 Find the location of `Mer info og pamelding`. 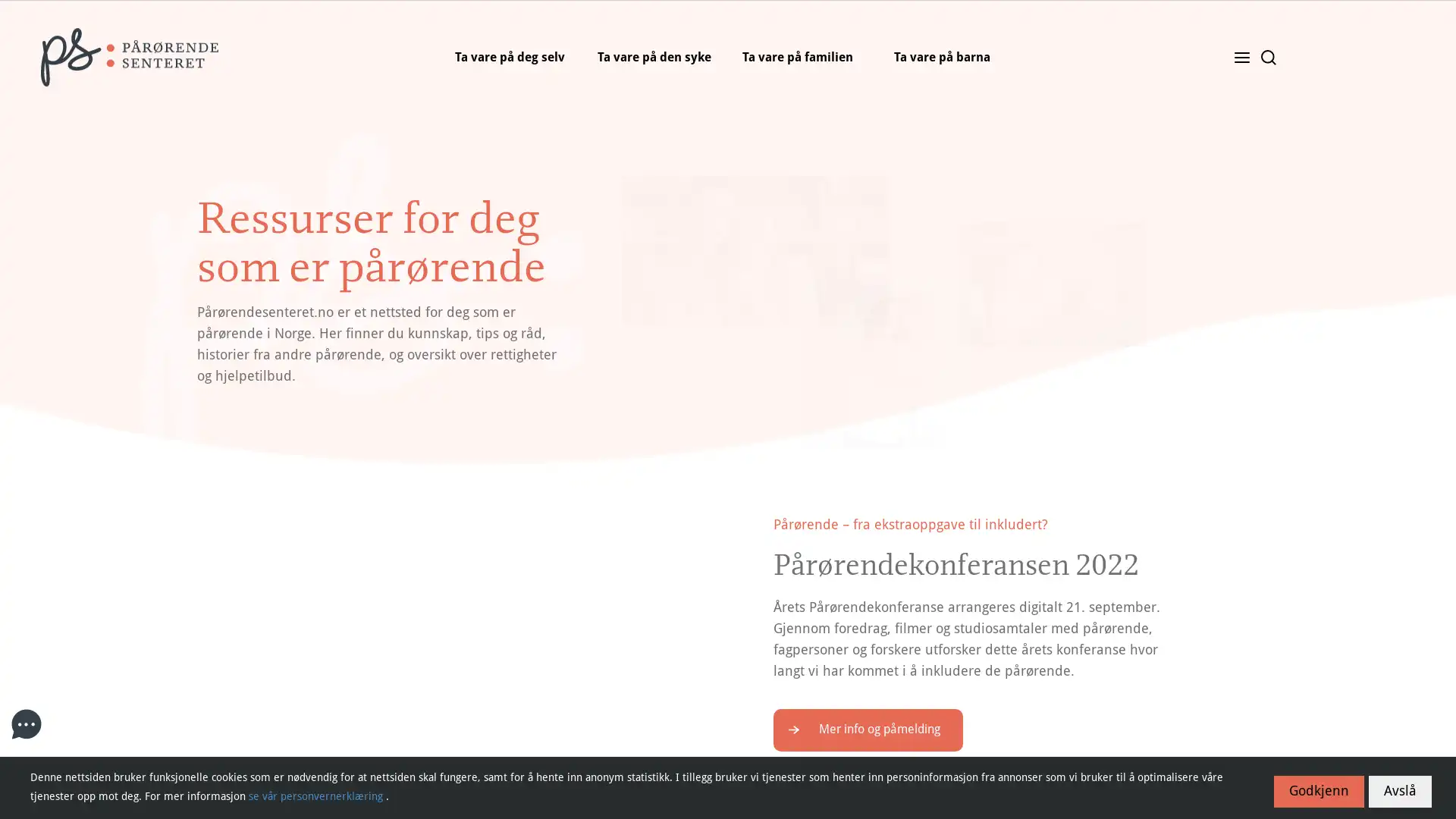

Mer info og pamelding is located at coordinates (868, 728).